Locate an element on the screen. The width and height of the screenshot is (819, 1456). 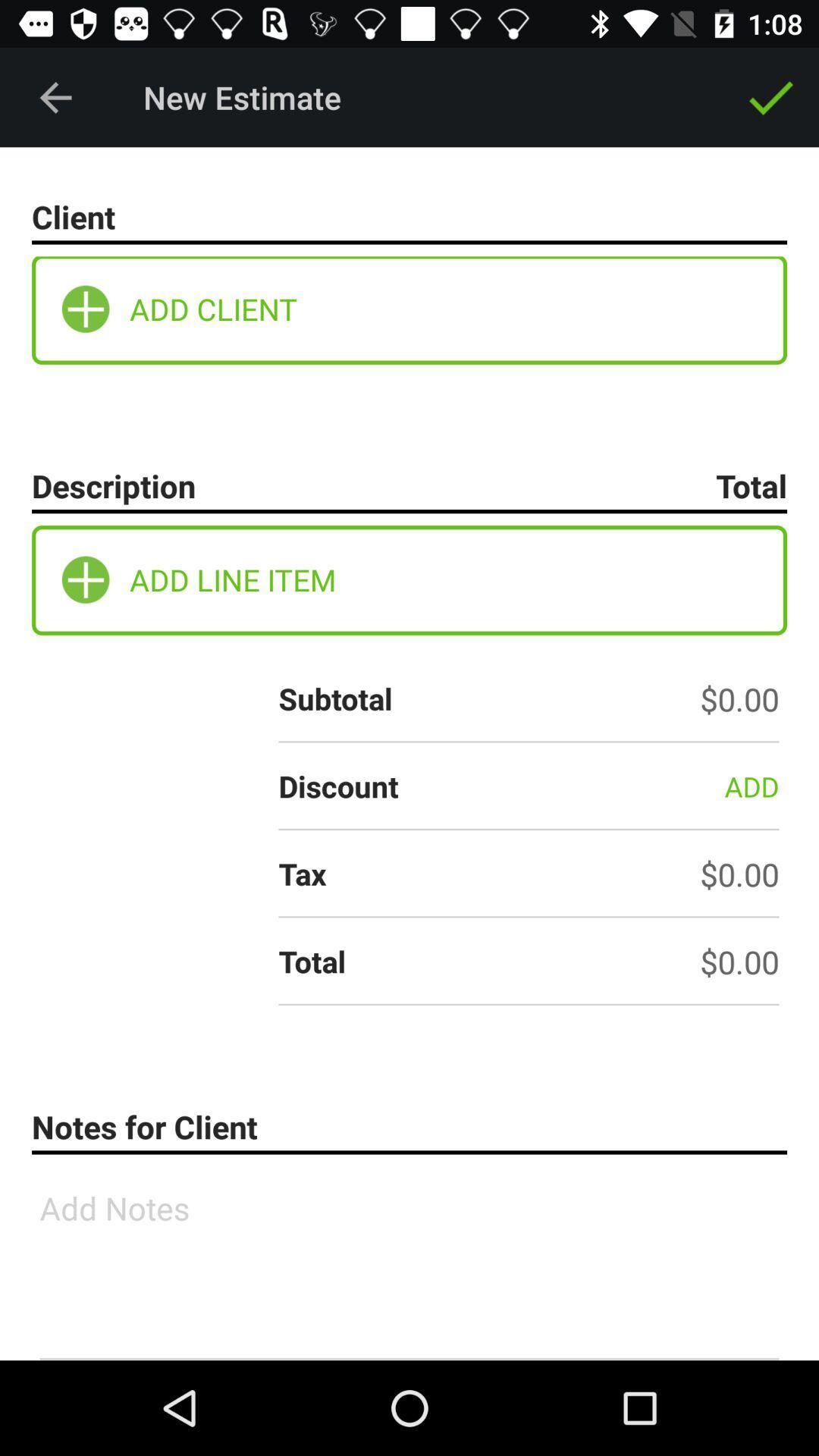
item next to new estimate item is located at coordinates (55, 96).